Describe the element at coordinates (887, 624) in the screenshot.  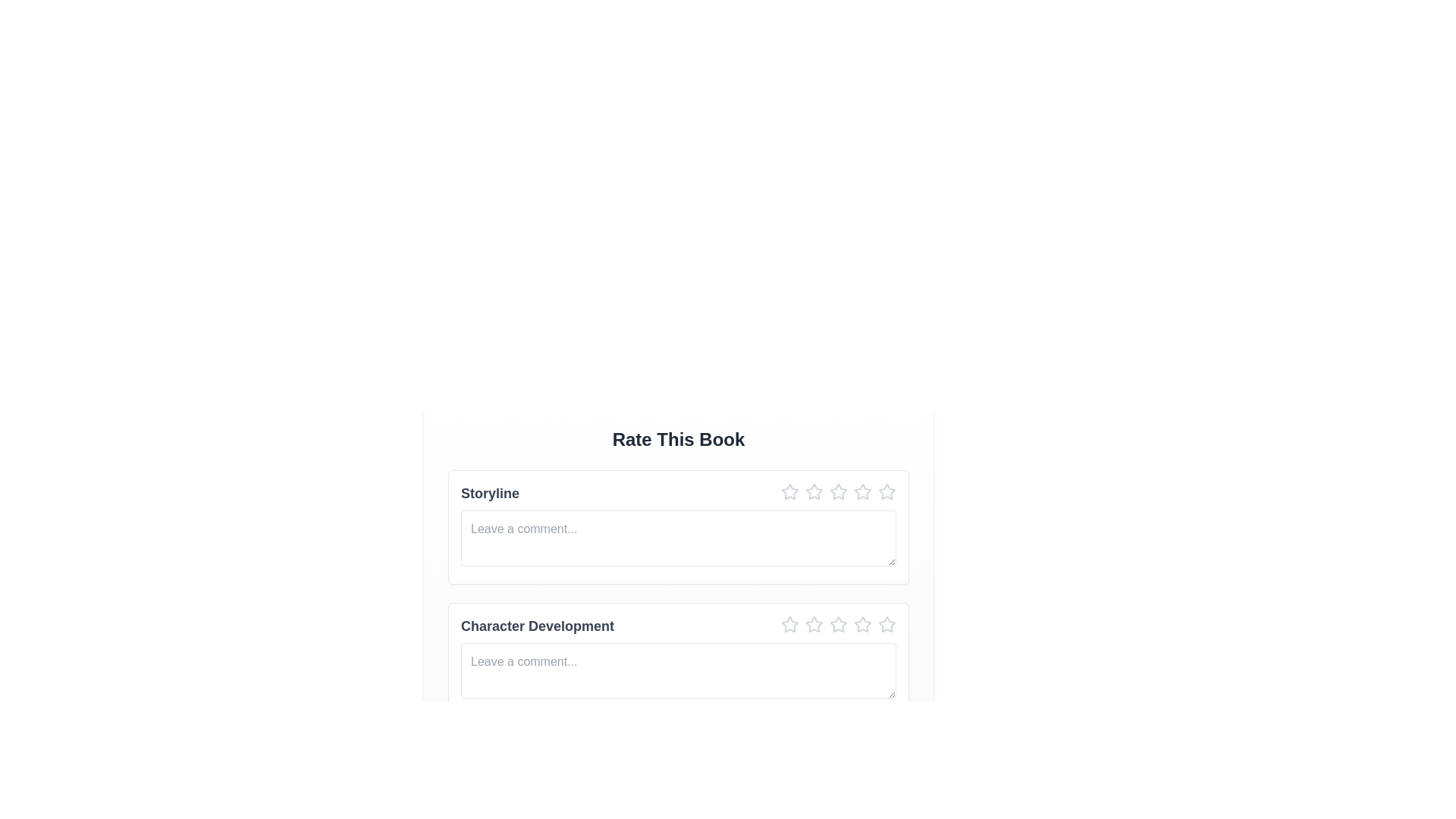
I see `the Rating star icon located at the far right of the horizontal row of five star icons under the 'Character Development' header in the second section of the rating form` at that location.